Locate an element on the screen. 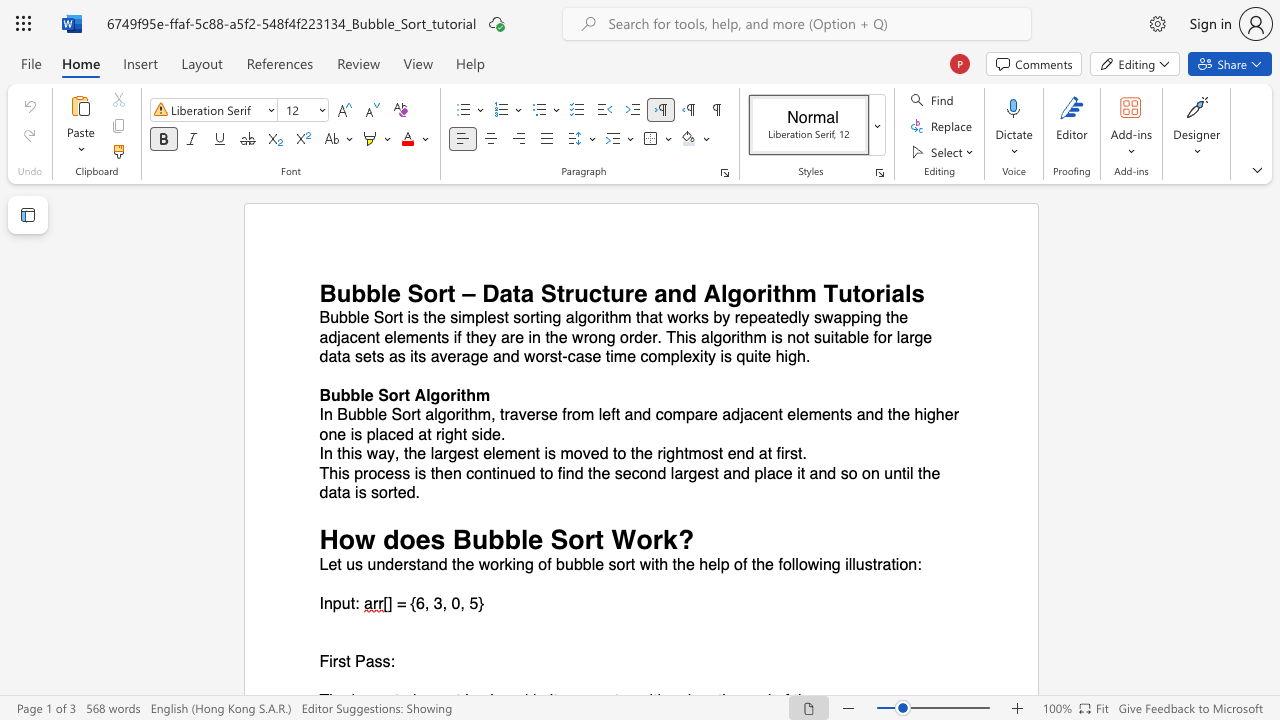 This screenshot has width=1280, height=720. the space between the continuous character "u" and "b" in the text is located at coordinates (572, 565).